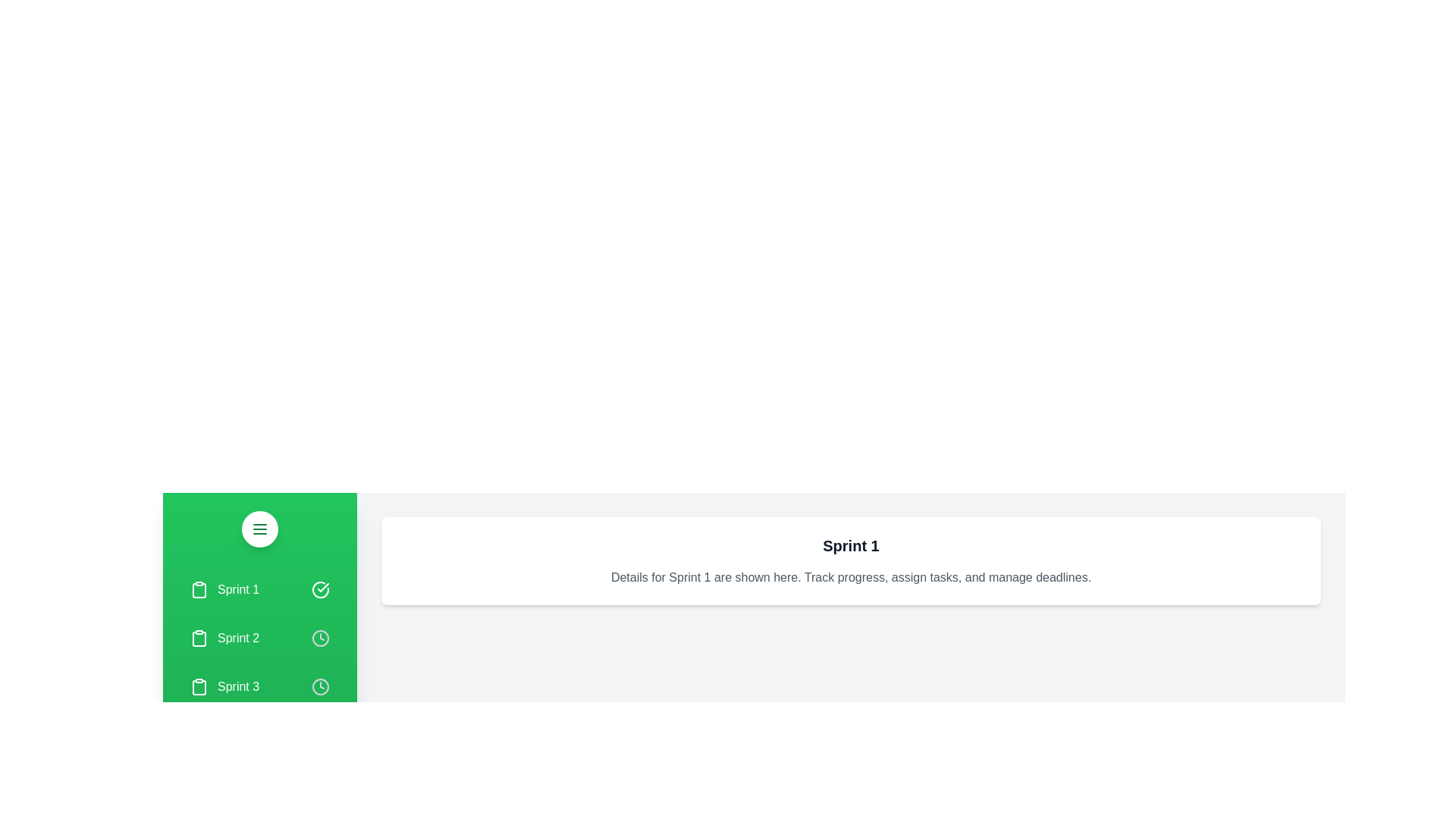 The width and height of the screenshot is (1456, 819). Describe the element at coordinates (259, 687) in the screenshot. I see `the sprint item Sprint 3 to see the highlight effect` at that location.